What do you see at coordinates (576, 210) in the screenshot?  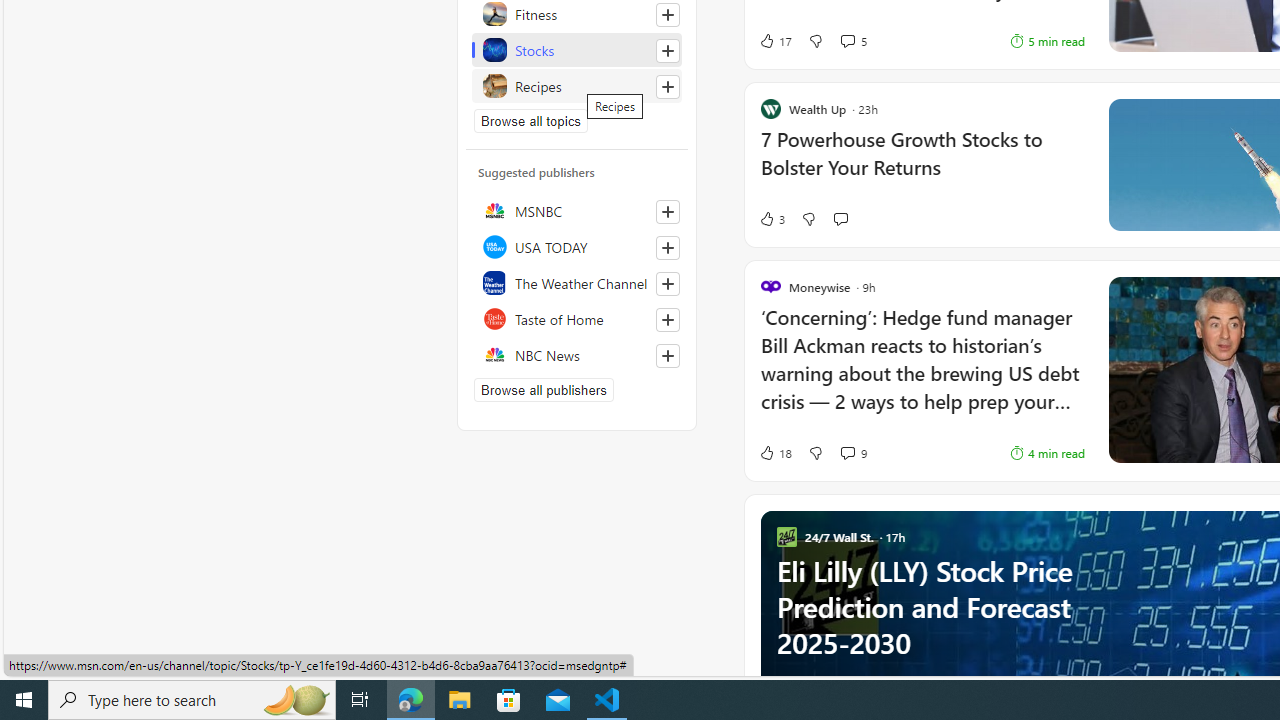 I see `'MSNBC'` at bounding box center [576, 210].